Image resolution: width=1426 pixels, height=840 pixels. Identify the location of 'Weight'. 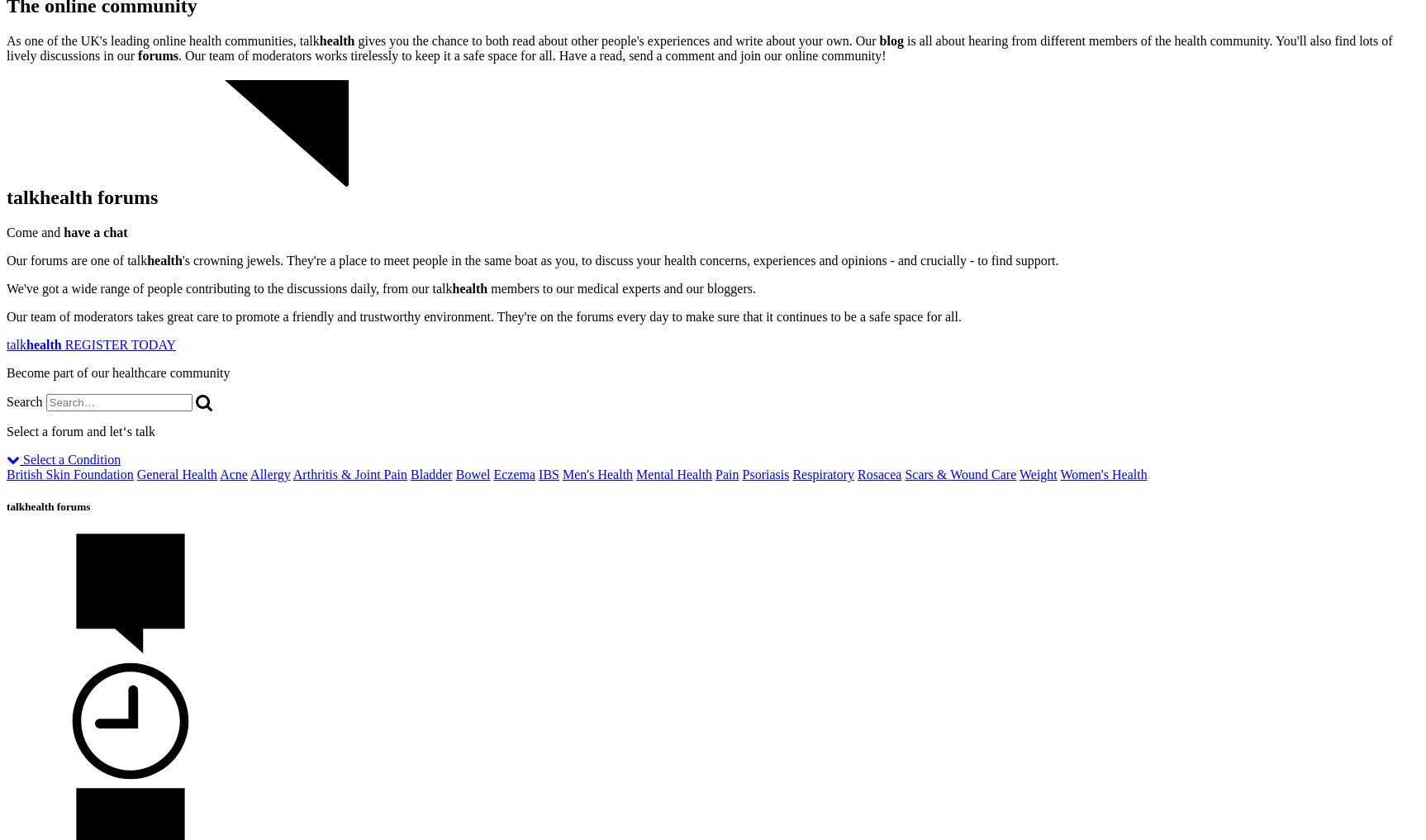
(1038, 473).